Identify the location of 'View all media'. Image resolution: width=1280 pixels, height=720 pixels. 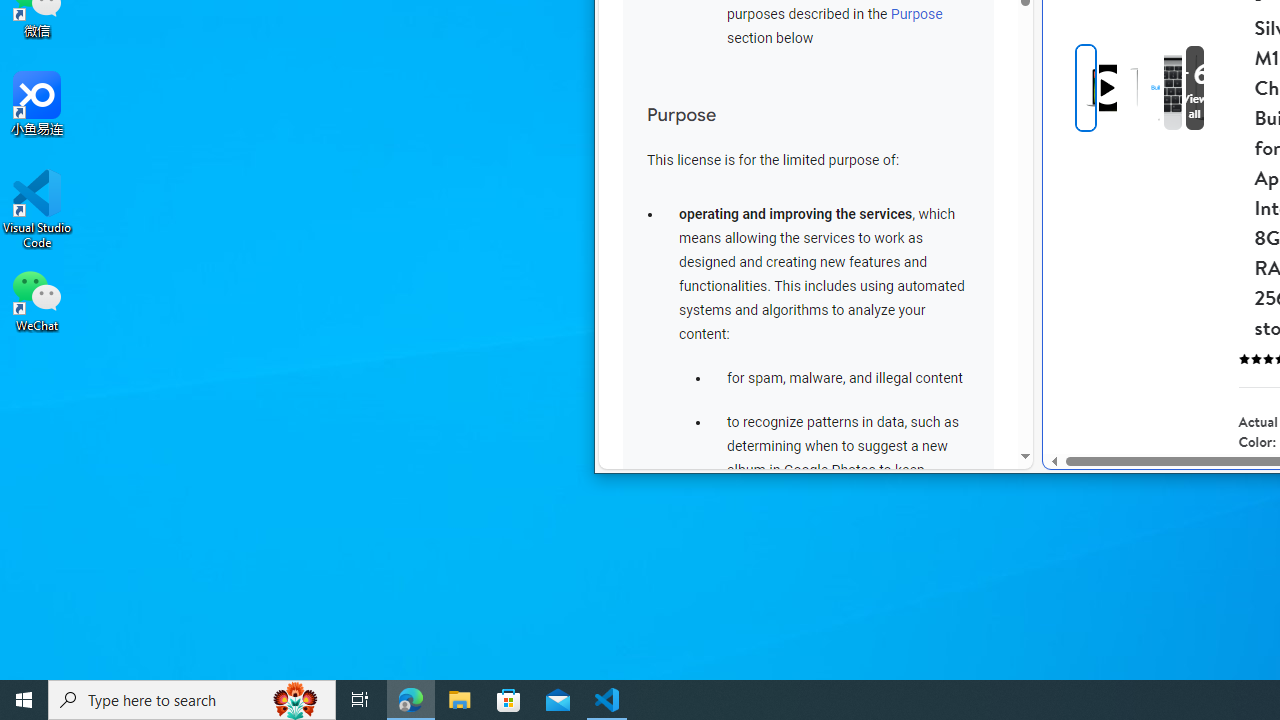
(1194, 87).